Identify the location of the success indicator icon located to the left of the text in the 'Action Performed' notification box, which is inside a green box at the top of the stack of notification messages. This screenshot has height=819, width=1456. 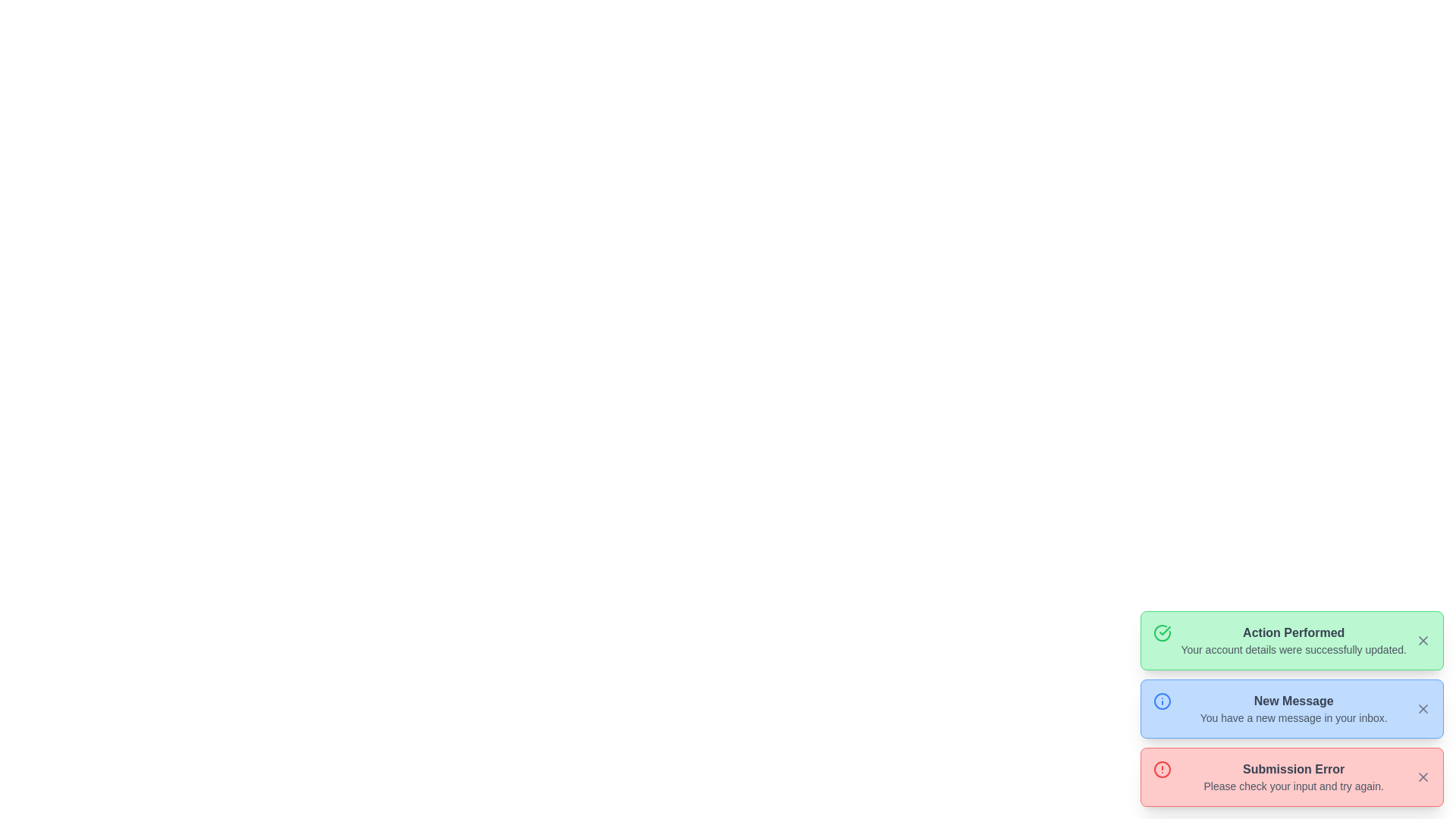
(1162, 640).